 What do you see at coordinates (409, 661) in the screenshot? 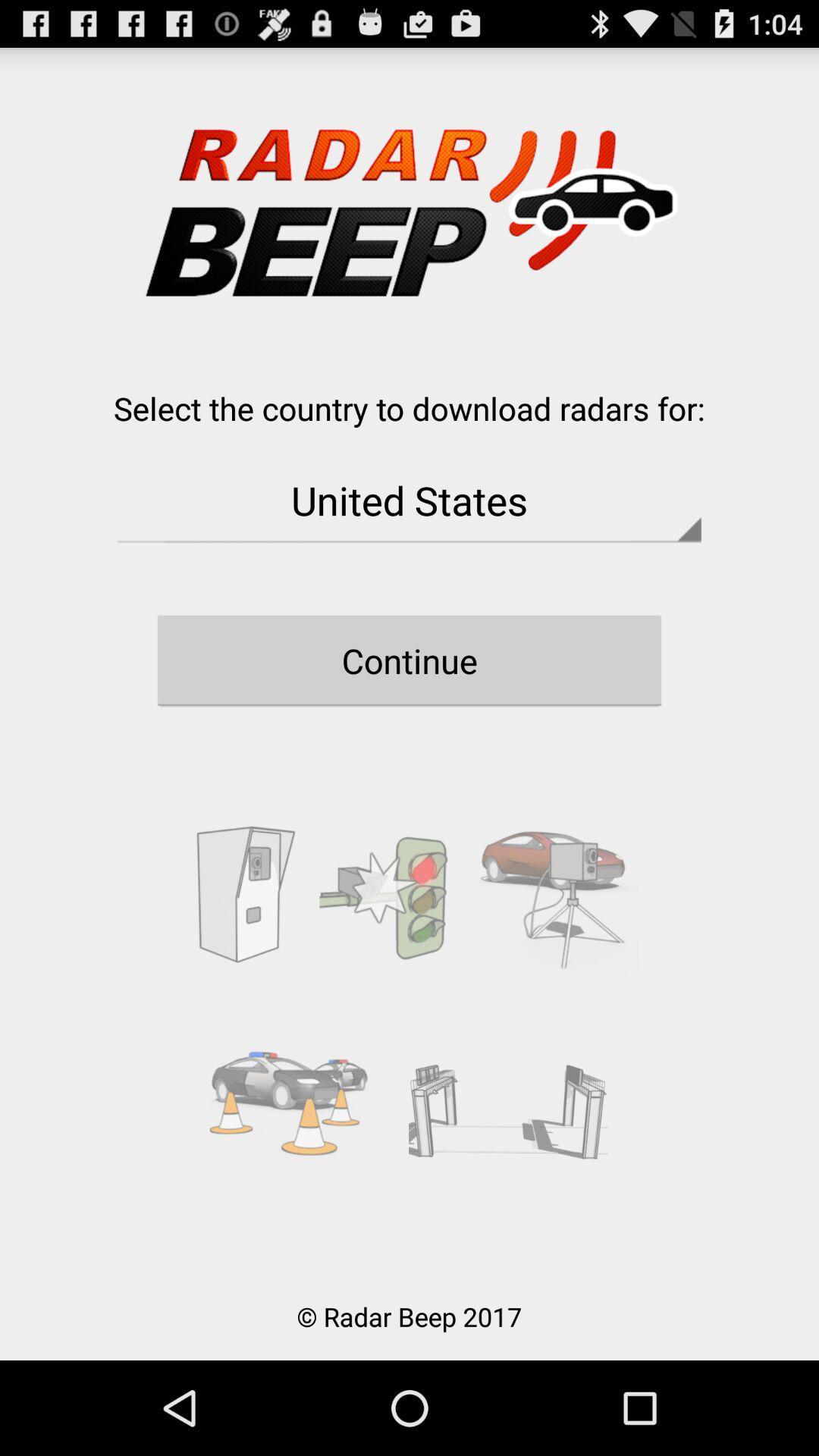
I see `icon below united states button` at bounding box center [409, 661].